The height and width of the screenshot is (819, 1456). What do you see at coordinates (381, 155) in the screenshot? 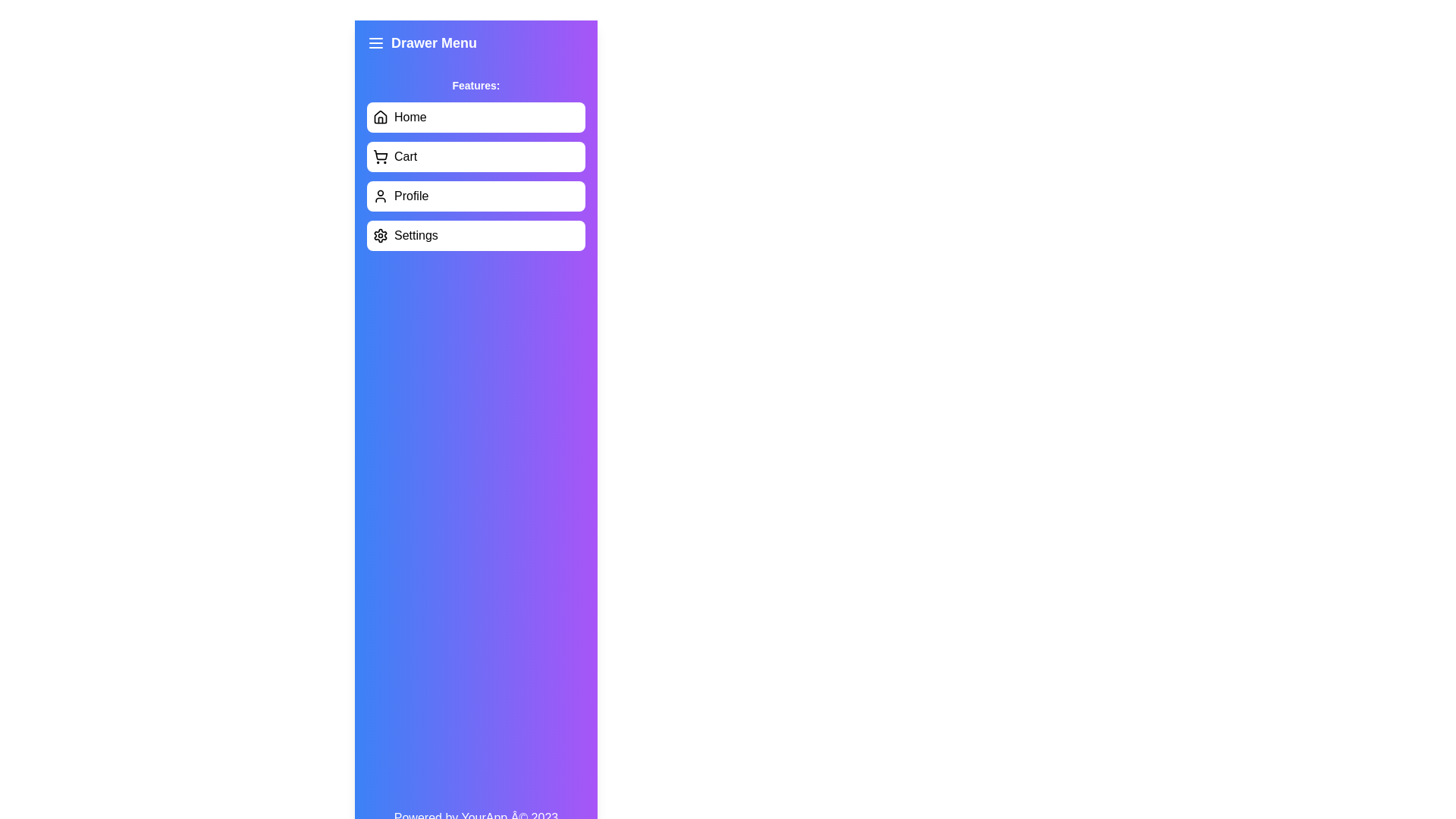
I see `the shopping cart icon located within the 'Cart' menu option to interact with it` at bounding box center [381, 155].